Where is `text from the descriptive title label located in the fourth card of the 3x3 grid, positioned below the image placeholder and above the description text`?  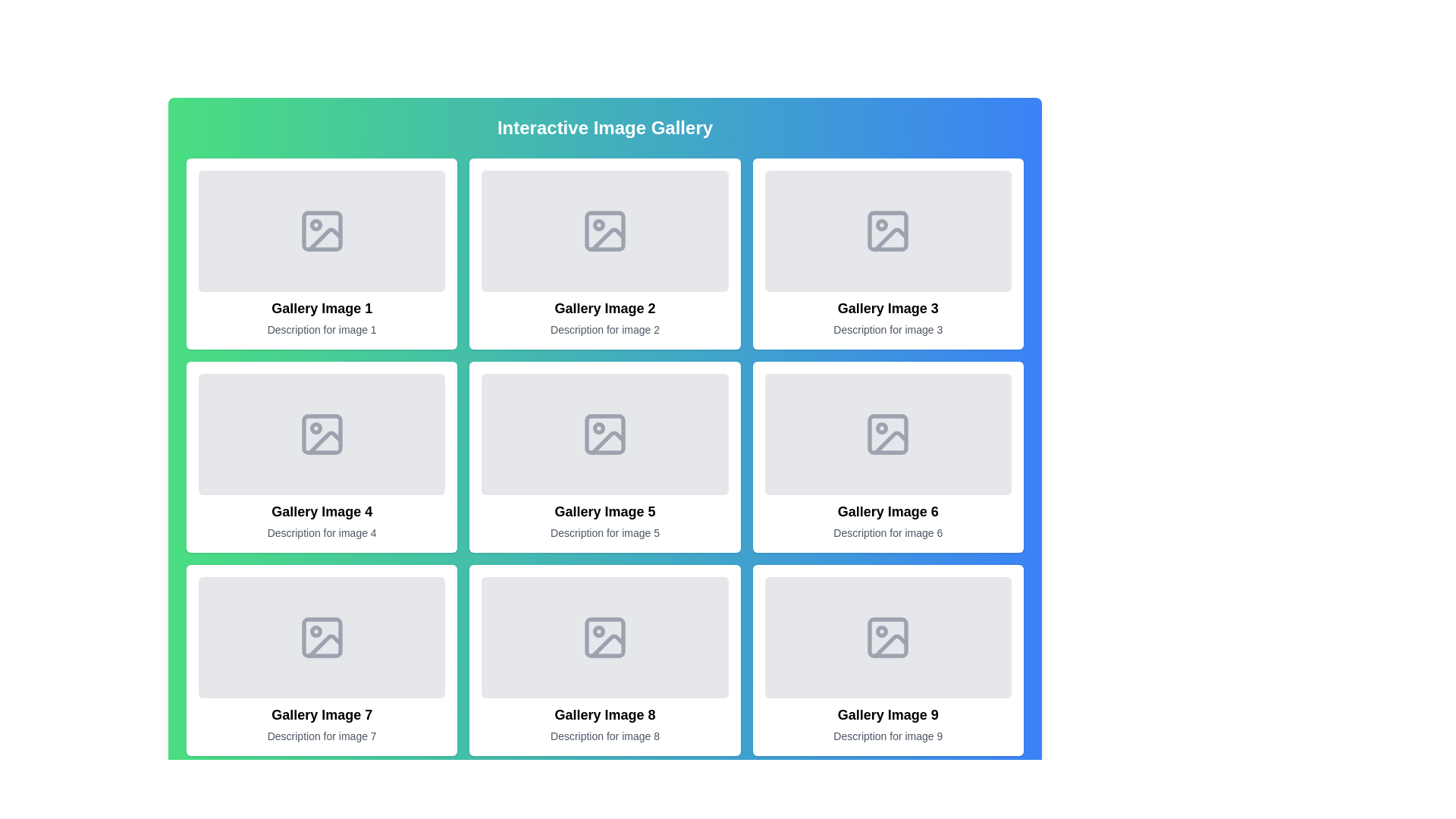 text from the descriptive title label located in the fourth card of the 3x3 grid, positioned below the image placeholder and above the description text is located at coordinates (321, 512).